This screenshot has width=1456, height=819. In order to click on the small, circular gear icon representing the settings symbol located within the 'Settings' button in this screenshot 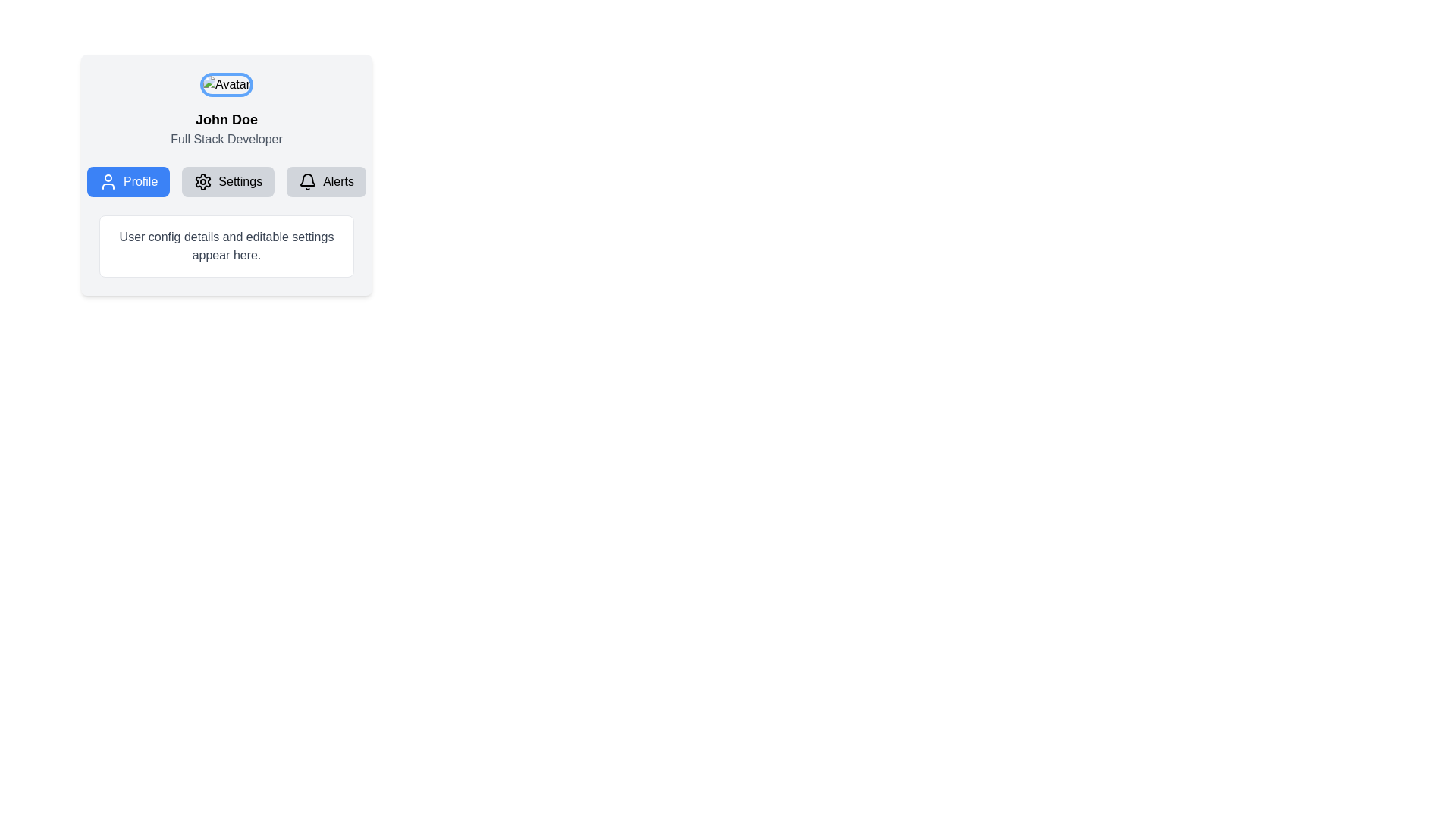, I will do `click(202, 180)`.